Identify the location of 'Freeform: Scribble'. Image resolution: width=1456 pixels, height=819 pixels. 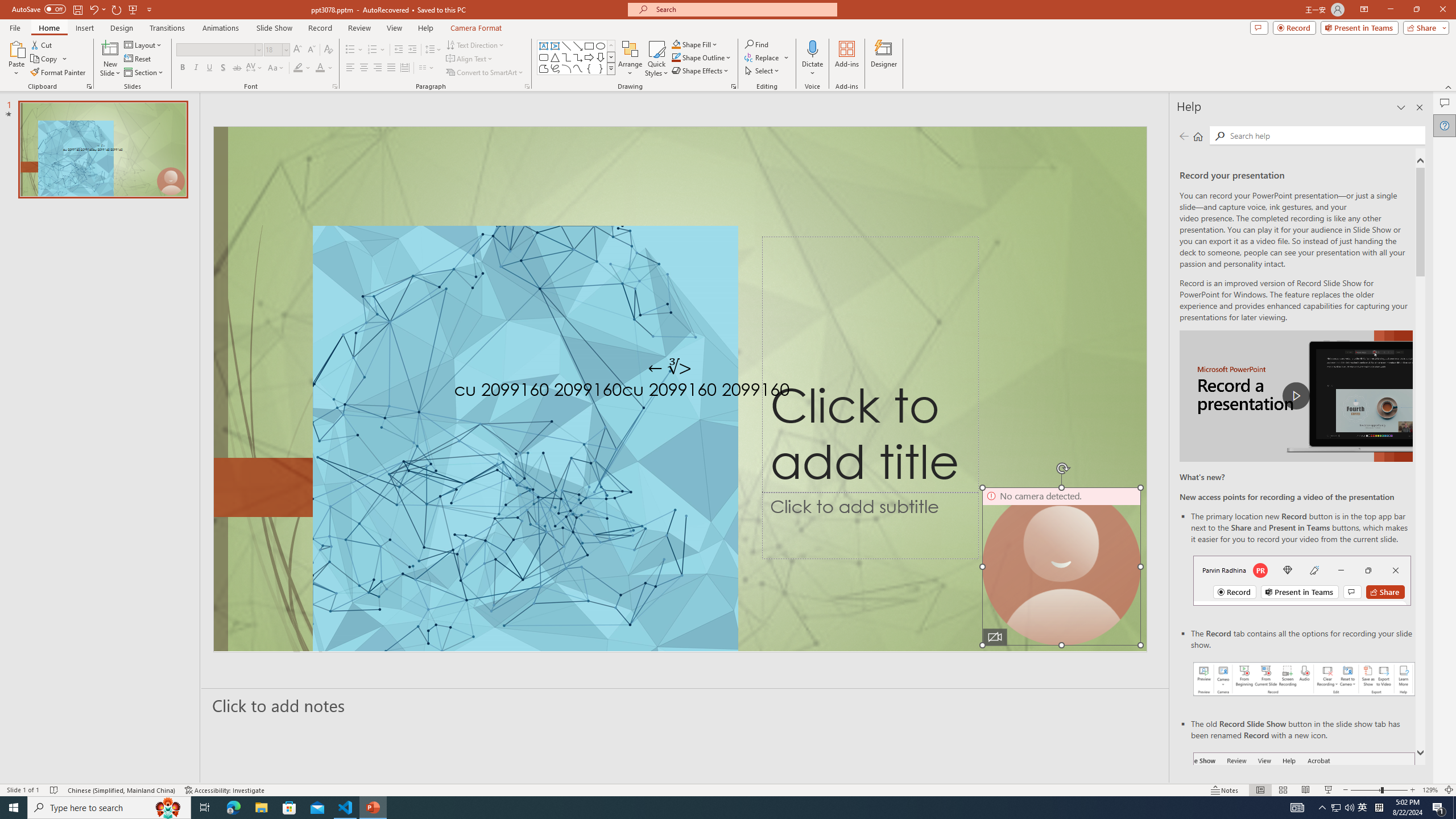
(554, 68).